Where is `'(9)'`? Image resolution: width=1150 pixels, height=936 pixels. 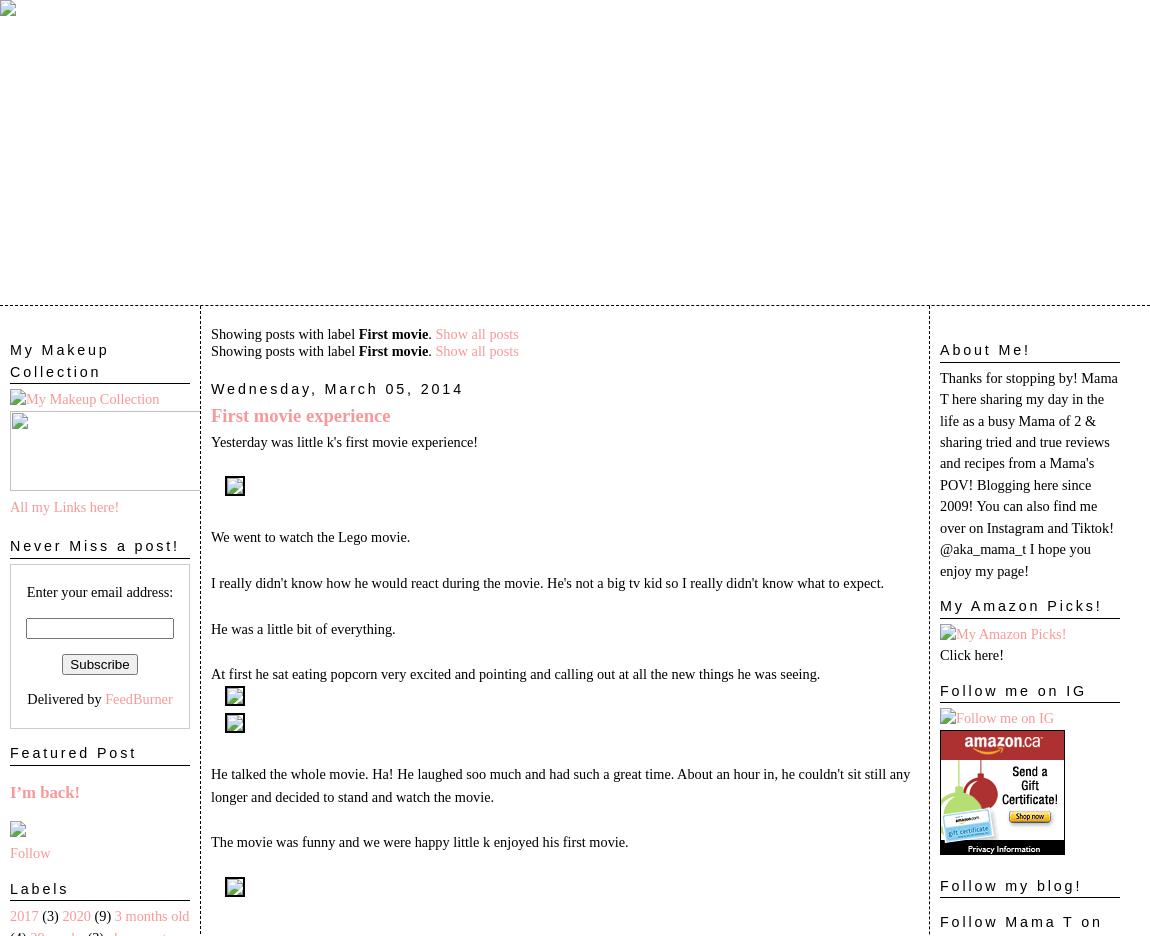
'(9)' is located at coordinates (101, 915).